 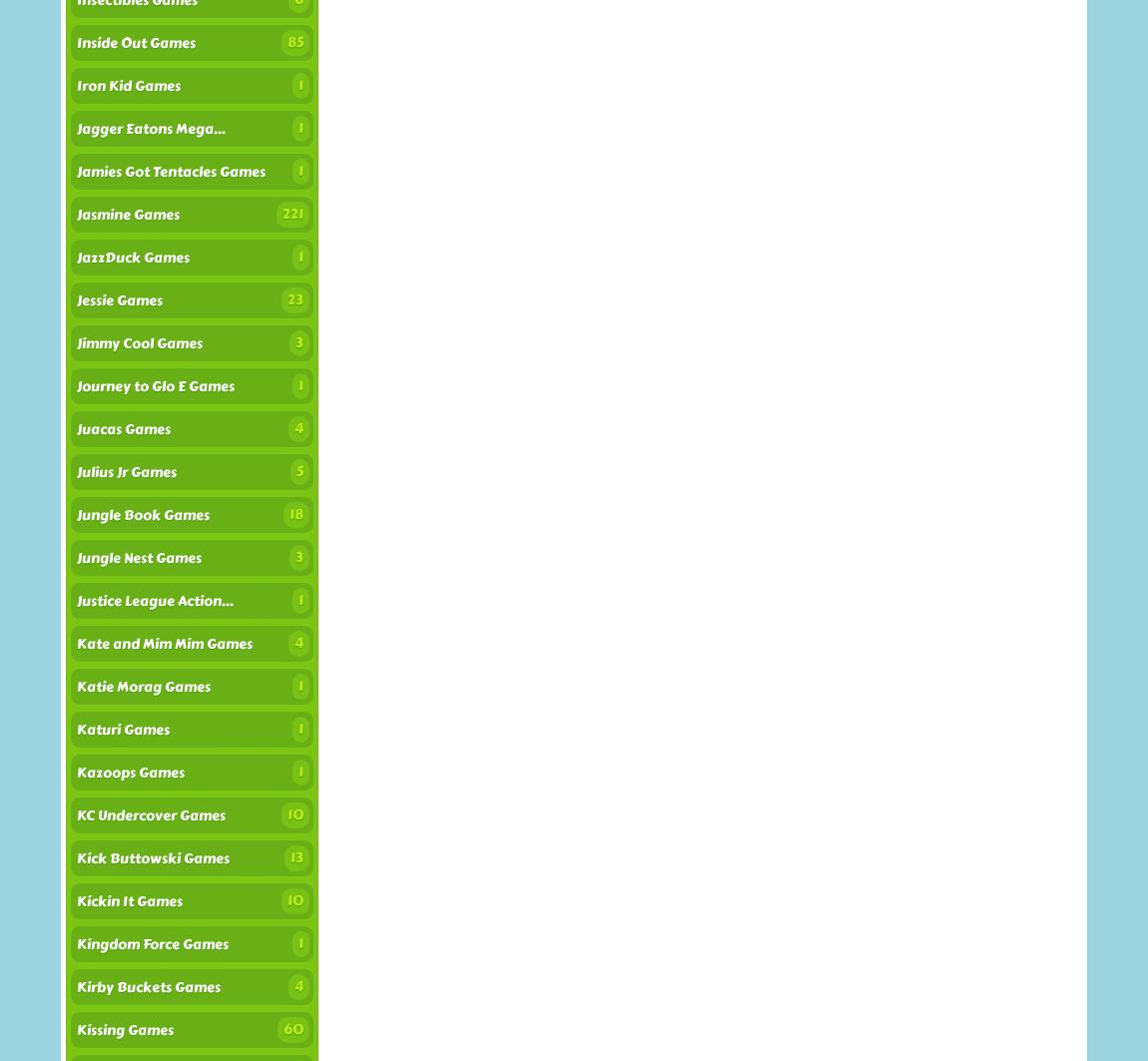 I want to click on '5', so click(x=299, y=471).